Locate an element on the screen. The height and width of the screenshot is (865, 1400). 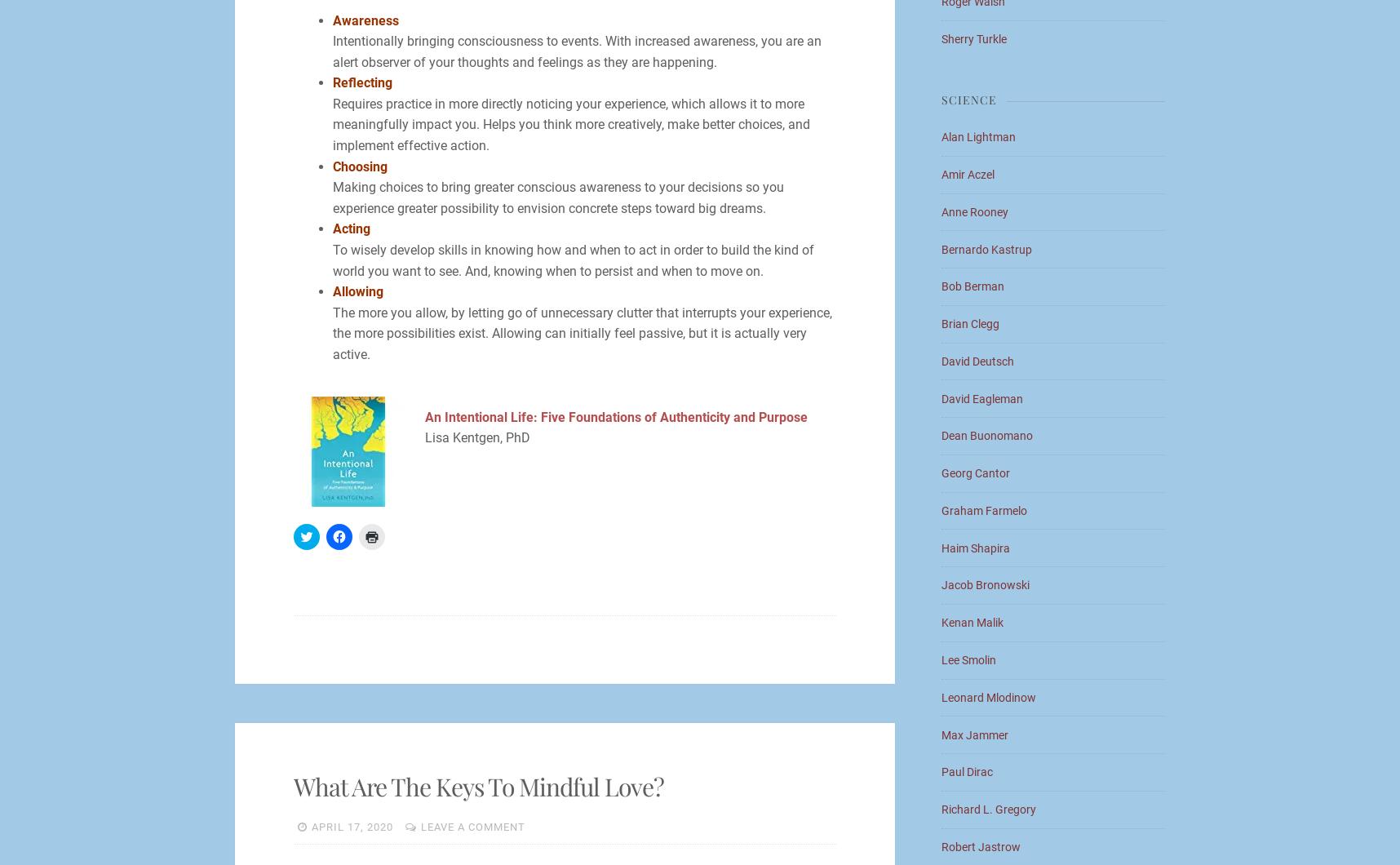
'Lisa Kentgen, PhD' is located at coordinates (423, 437).